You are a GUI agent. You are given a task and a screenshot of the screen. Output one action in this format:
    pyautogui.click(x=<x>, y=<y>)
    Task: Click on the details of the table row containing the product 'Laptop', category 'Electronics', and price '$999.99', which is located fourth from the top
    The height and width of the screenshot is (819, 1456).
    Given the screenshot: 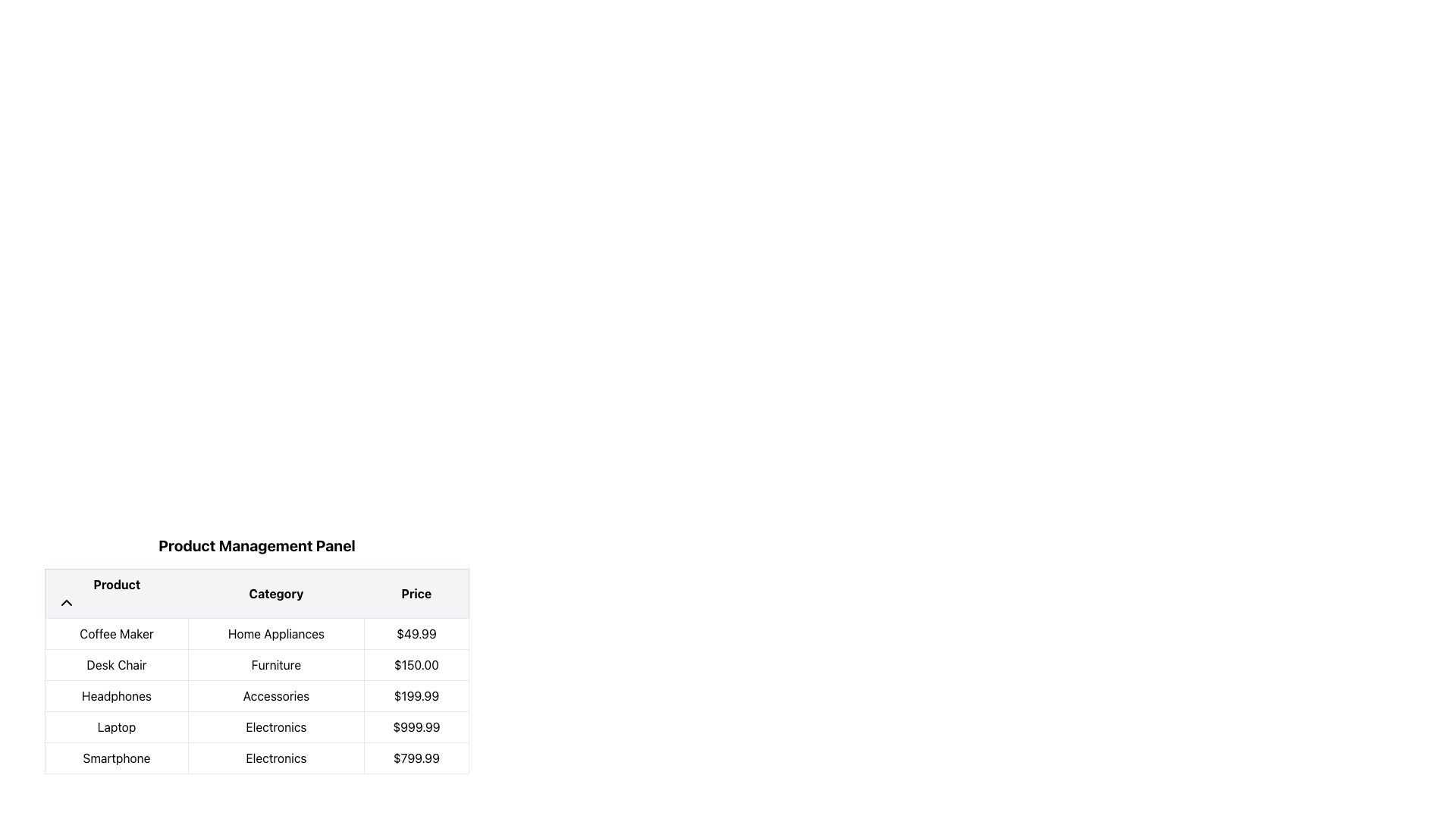 What is the action you would take?
    pyautogui.click(x=257, y=726)
    